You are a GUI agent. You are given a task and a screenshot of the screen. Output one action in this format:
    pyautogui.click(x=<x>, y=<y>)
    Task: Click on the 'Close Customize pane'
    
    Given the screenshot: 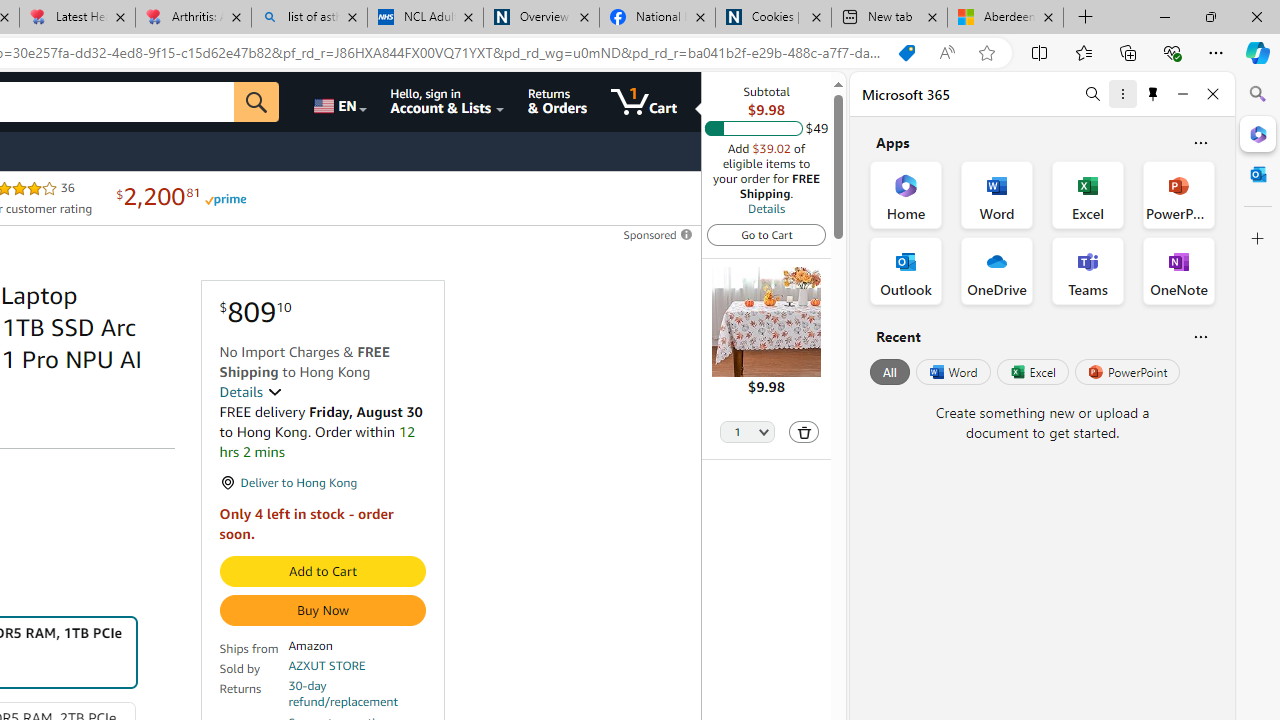 What is the action you would take?
    pyautogui.click(x=1257, y=238)
    